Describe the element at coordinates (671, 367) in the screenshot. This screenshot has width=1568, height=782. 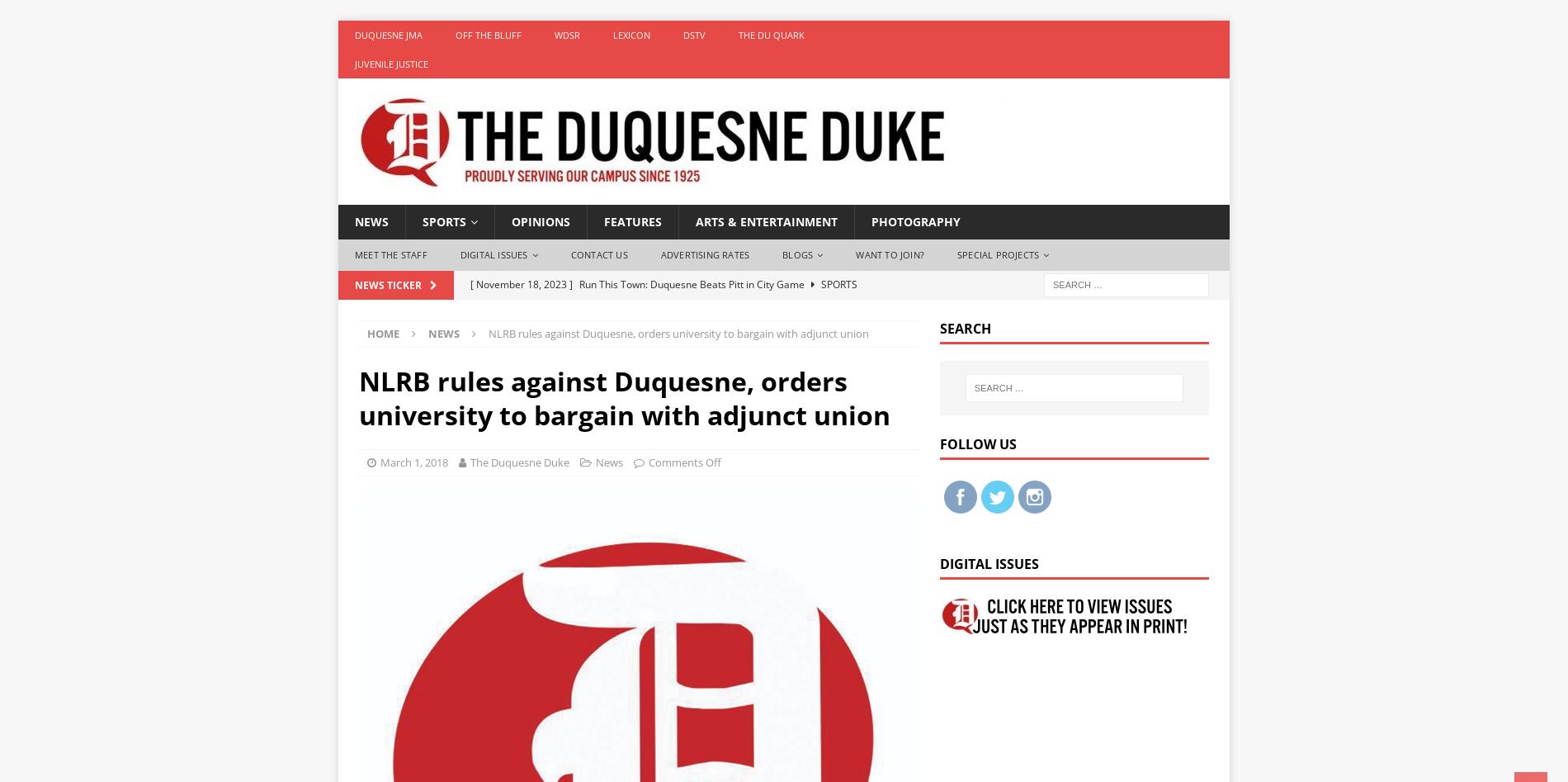
I see `'Duq student wins local case competition'` at that location.